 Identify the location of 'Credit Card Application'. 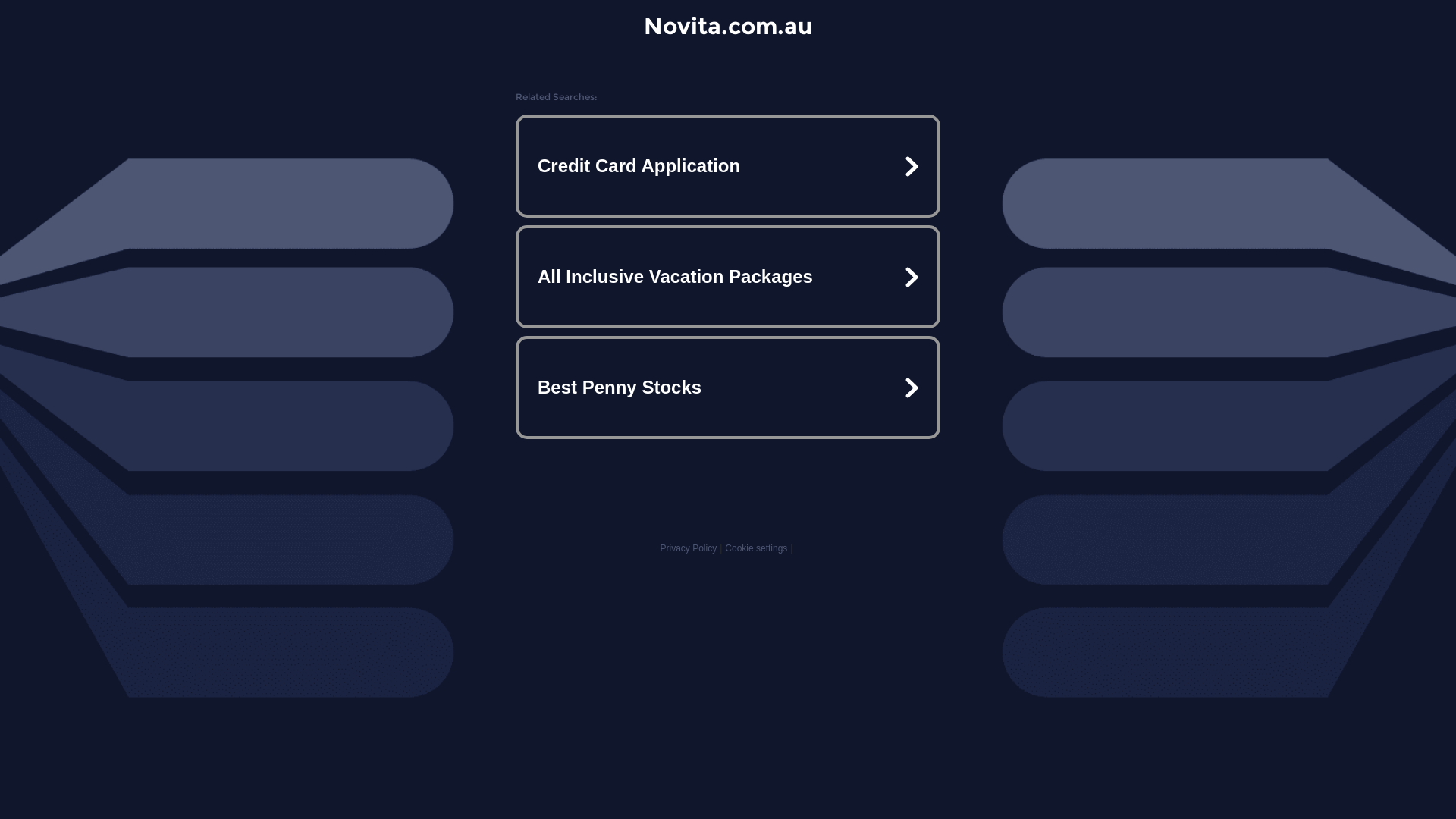
(728, 166).